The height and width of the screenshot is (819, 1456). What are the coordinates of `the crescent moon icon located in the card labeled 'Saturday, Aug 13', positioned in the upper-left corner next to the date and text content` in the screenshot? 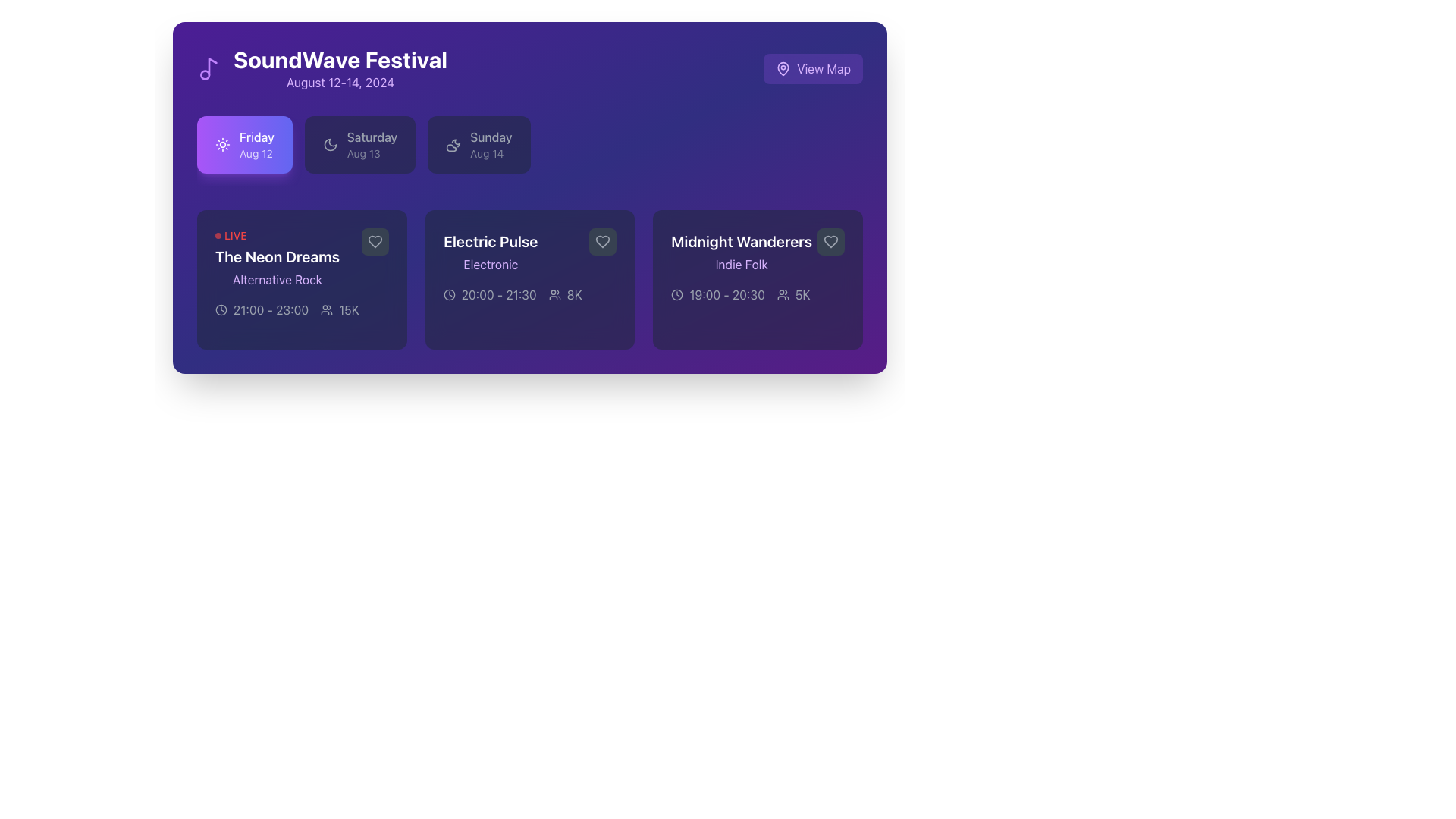 It's located at (329, 145).